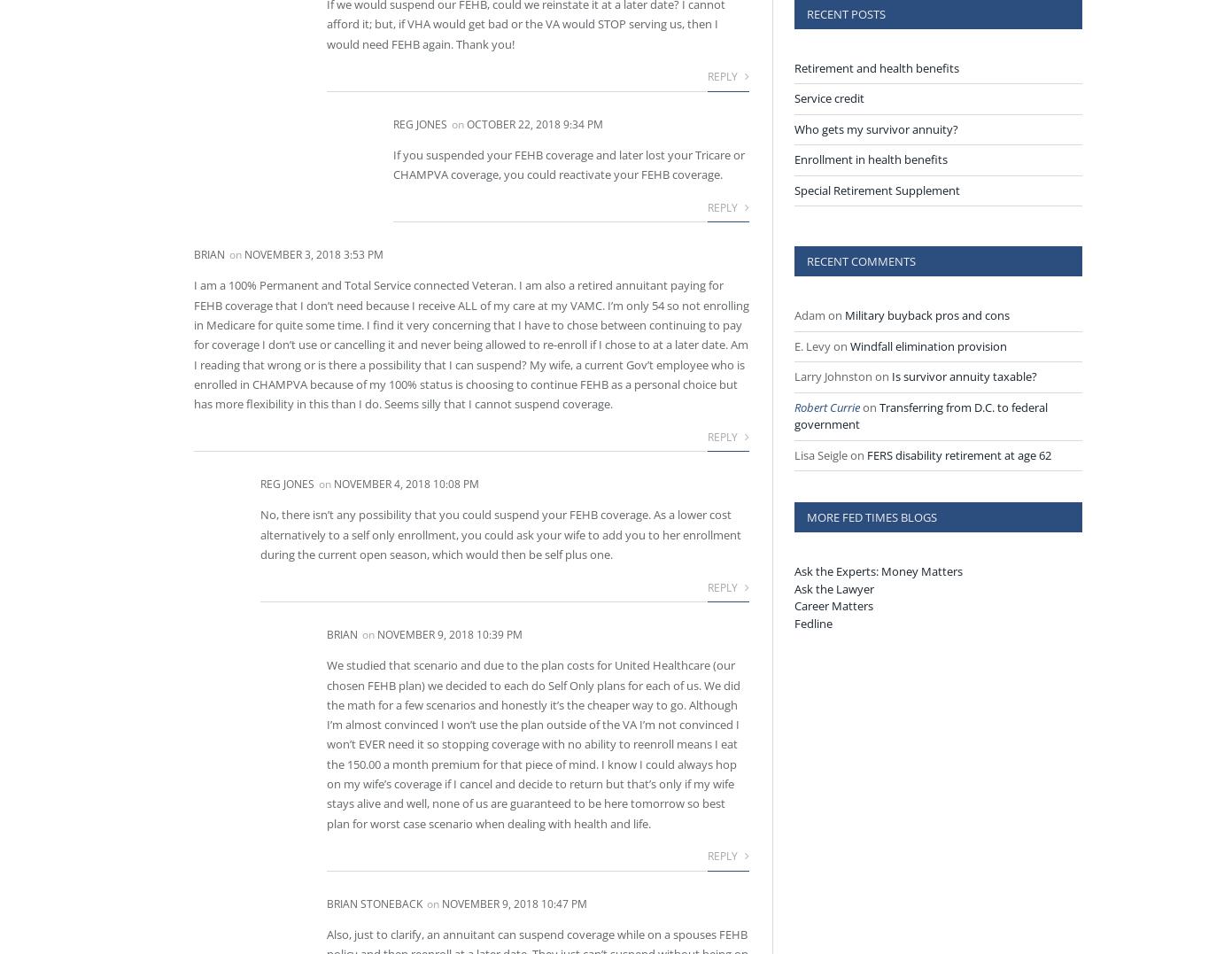 This screenshot has width=1232, height=954. What do you see at coordinates (805, 516) in the screenshot?
I see `'More Fed Times Blogs'` at bounding box center [805, 516].